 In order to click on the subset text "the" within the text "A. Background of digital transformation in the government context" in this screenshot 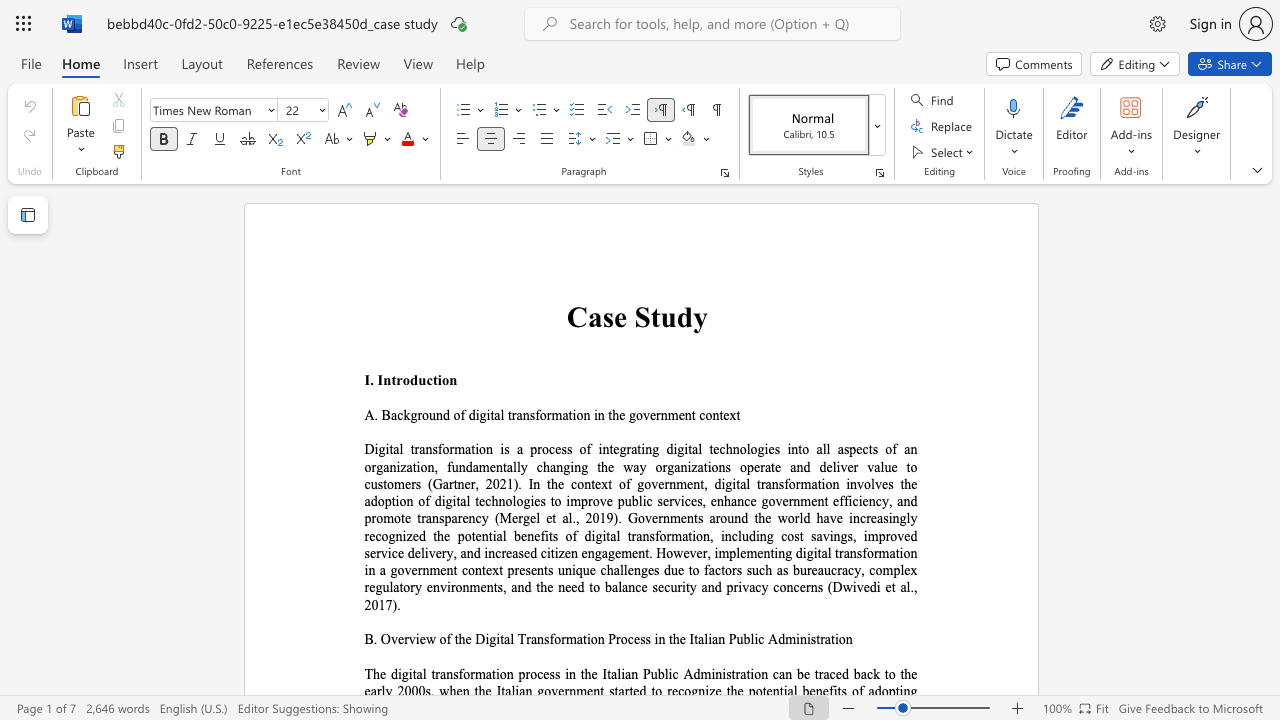, I will do `click(607, 414)`.